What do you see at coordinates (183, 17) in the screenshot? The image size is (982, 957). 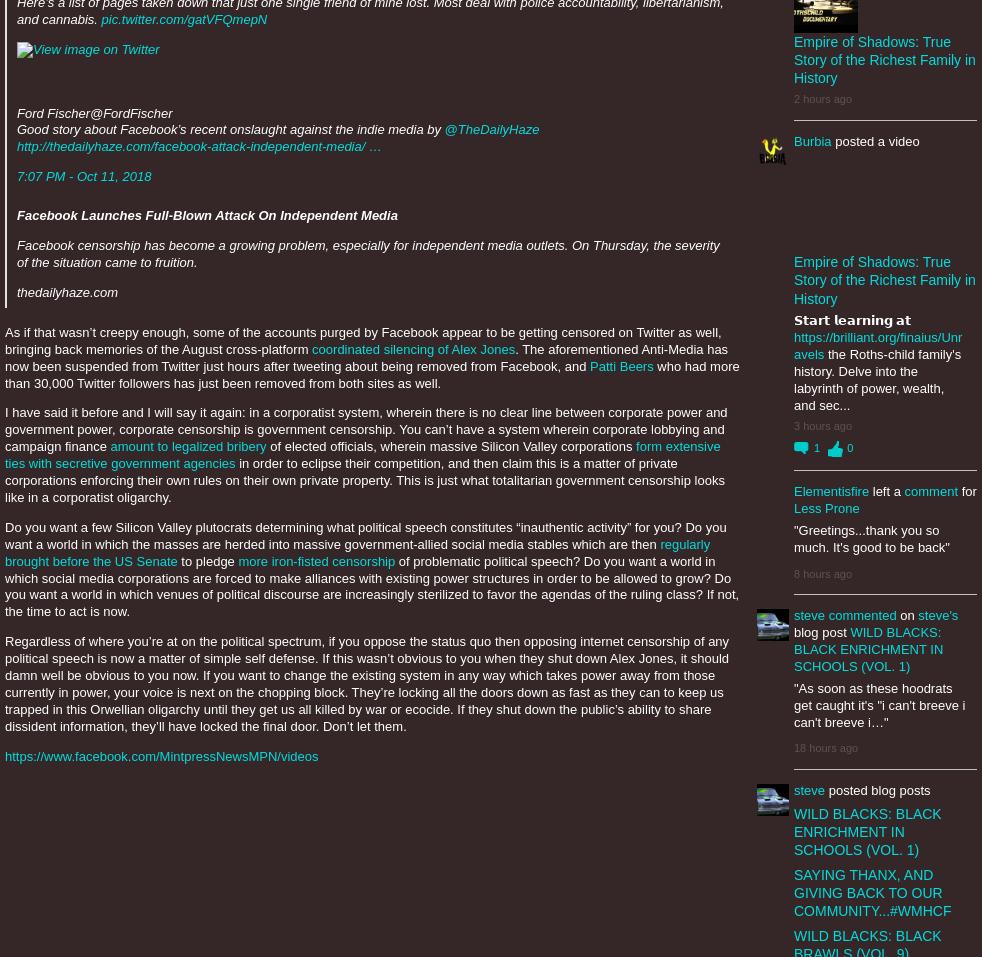 I see `'pic.twitter.com/gatVFQmepN'` at bounding box center [183, 17].